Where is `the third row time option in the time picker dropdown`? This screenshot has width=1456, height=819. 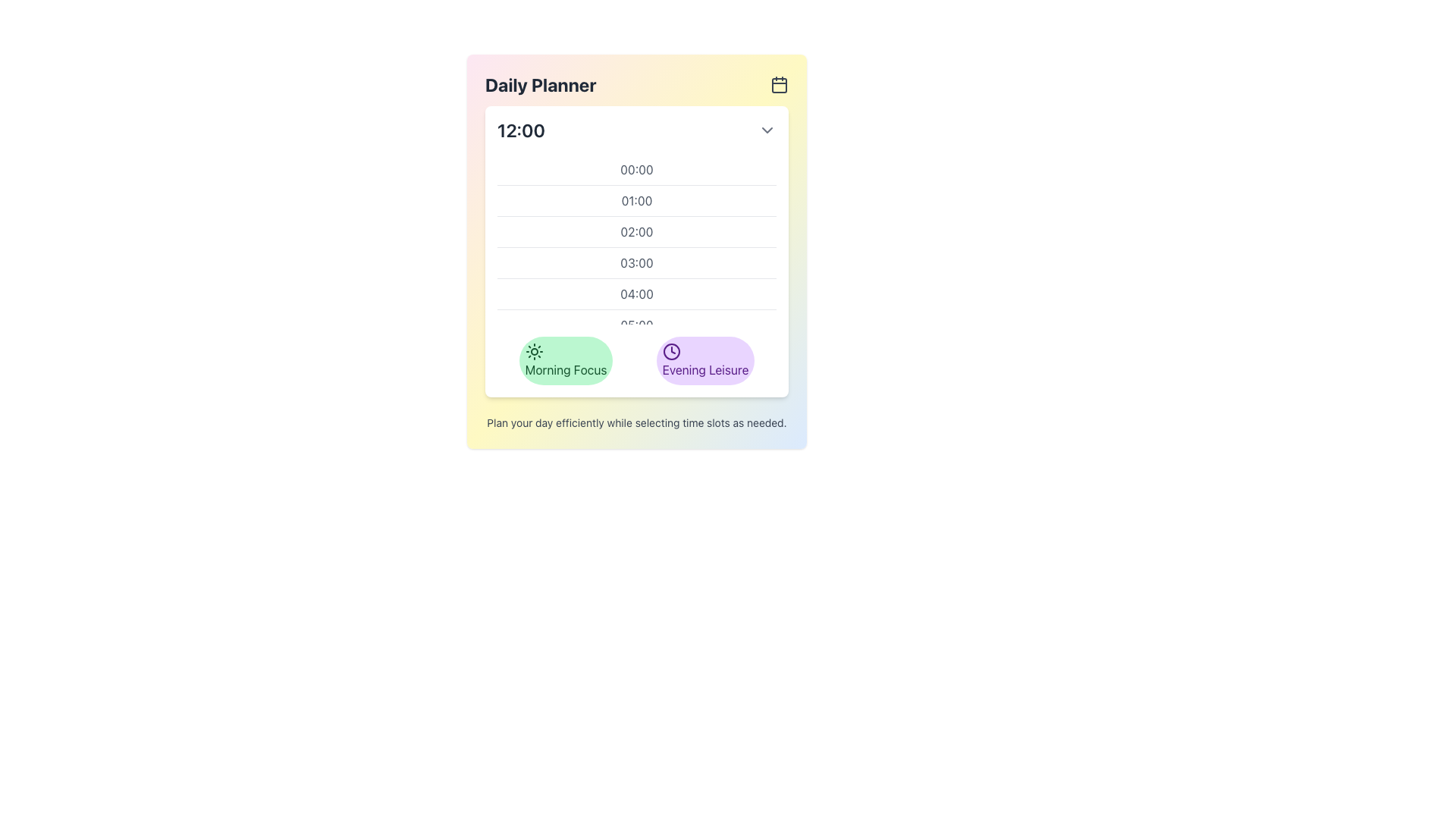
the third row time option in the time picker dropdown is located at coordinates (637, 231).